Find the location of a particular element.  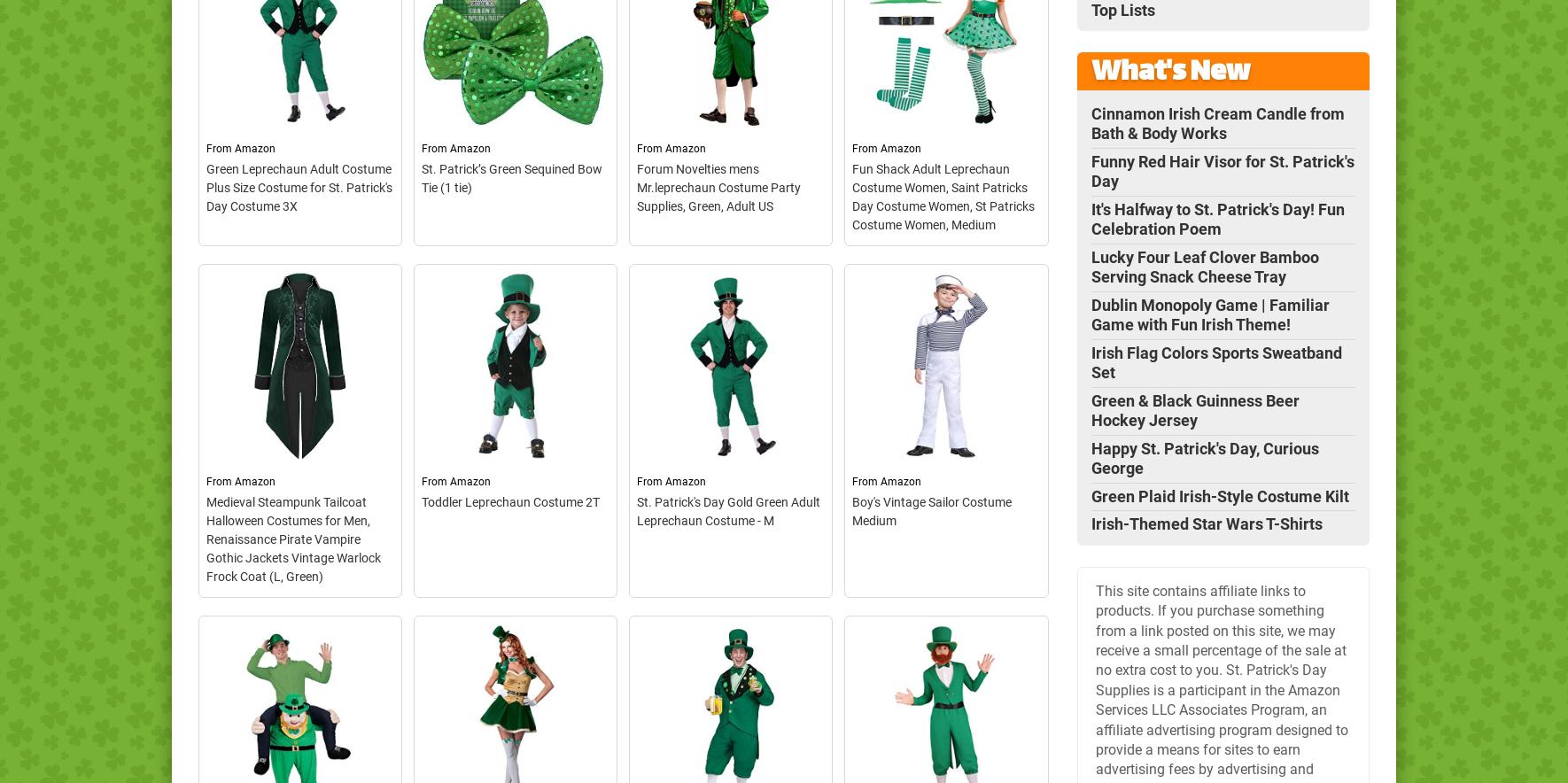

'Green Plaid Irish-Style Costume Kilt' is located at coordinates (1219, 494).